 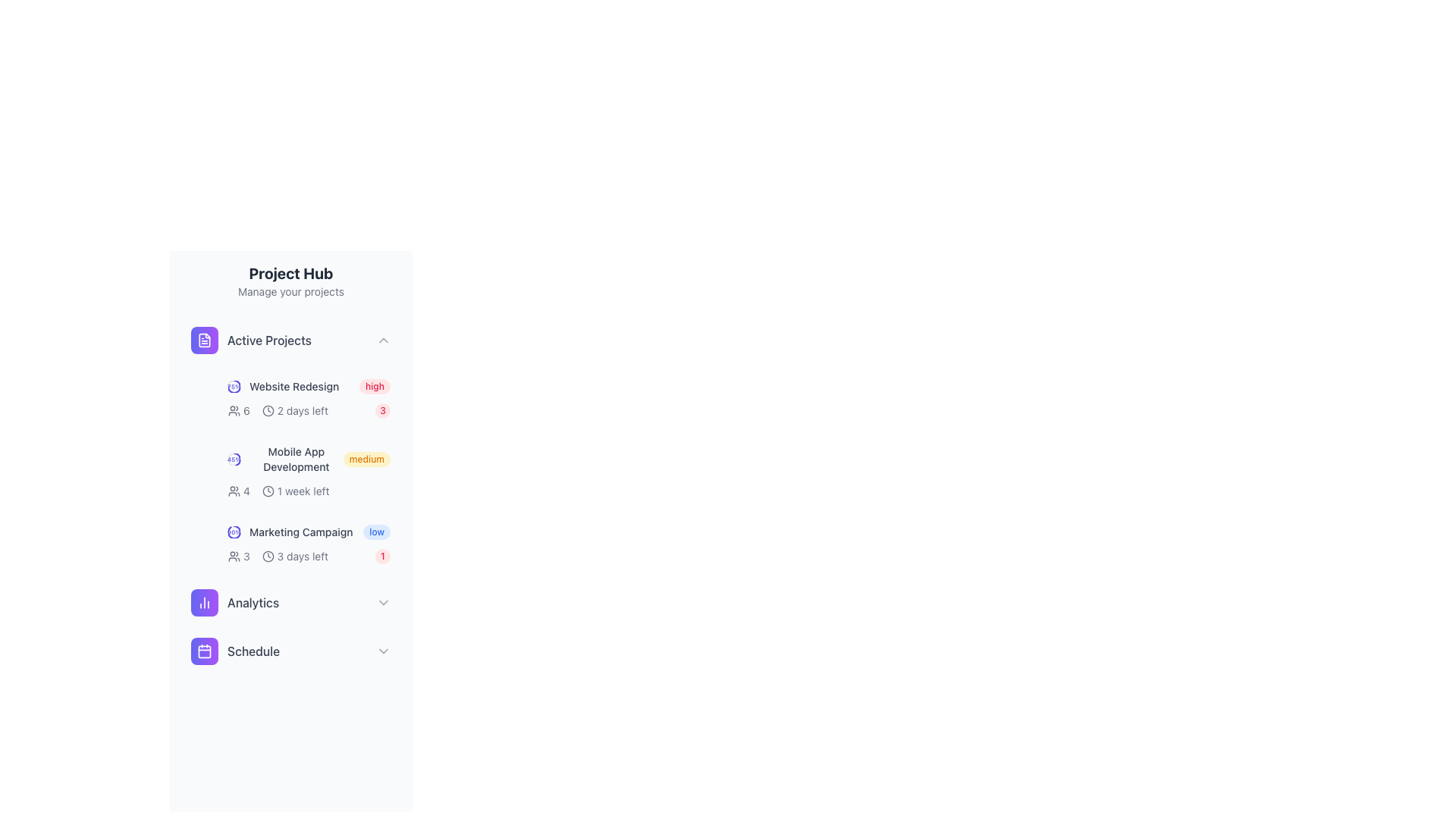 What do you see at coordinates (291, 339) in the screenshot?
I see `the 'Active Projects' button located just below the 'Project Hub' heading` at bounding box center [291, 339].